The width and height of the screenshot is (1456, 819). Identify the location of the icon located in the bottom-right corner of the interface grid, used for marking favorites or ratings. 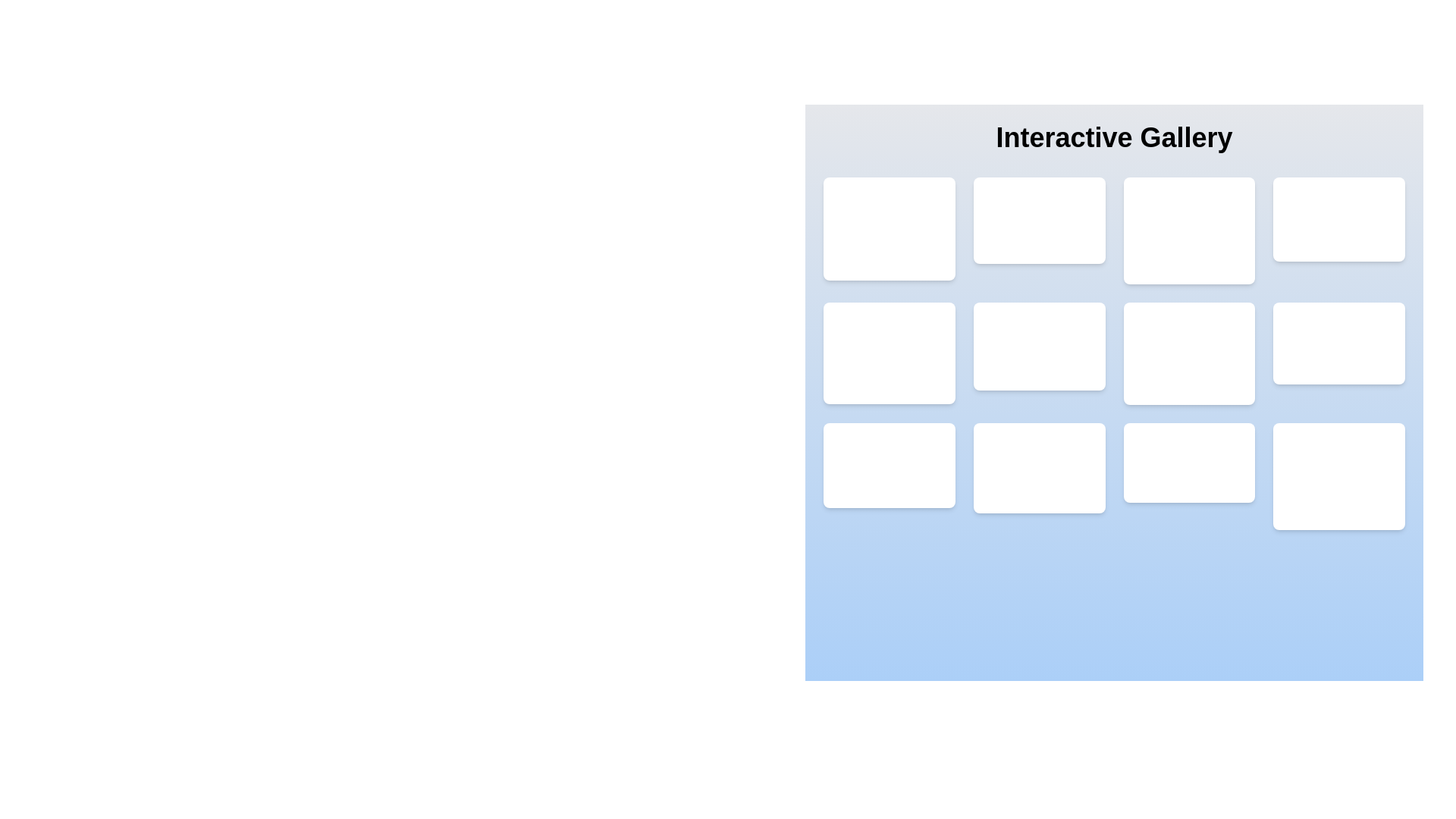
(1207, 497).